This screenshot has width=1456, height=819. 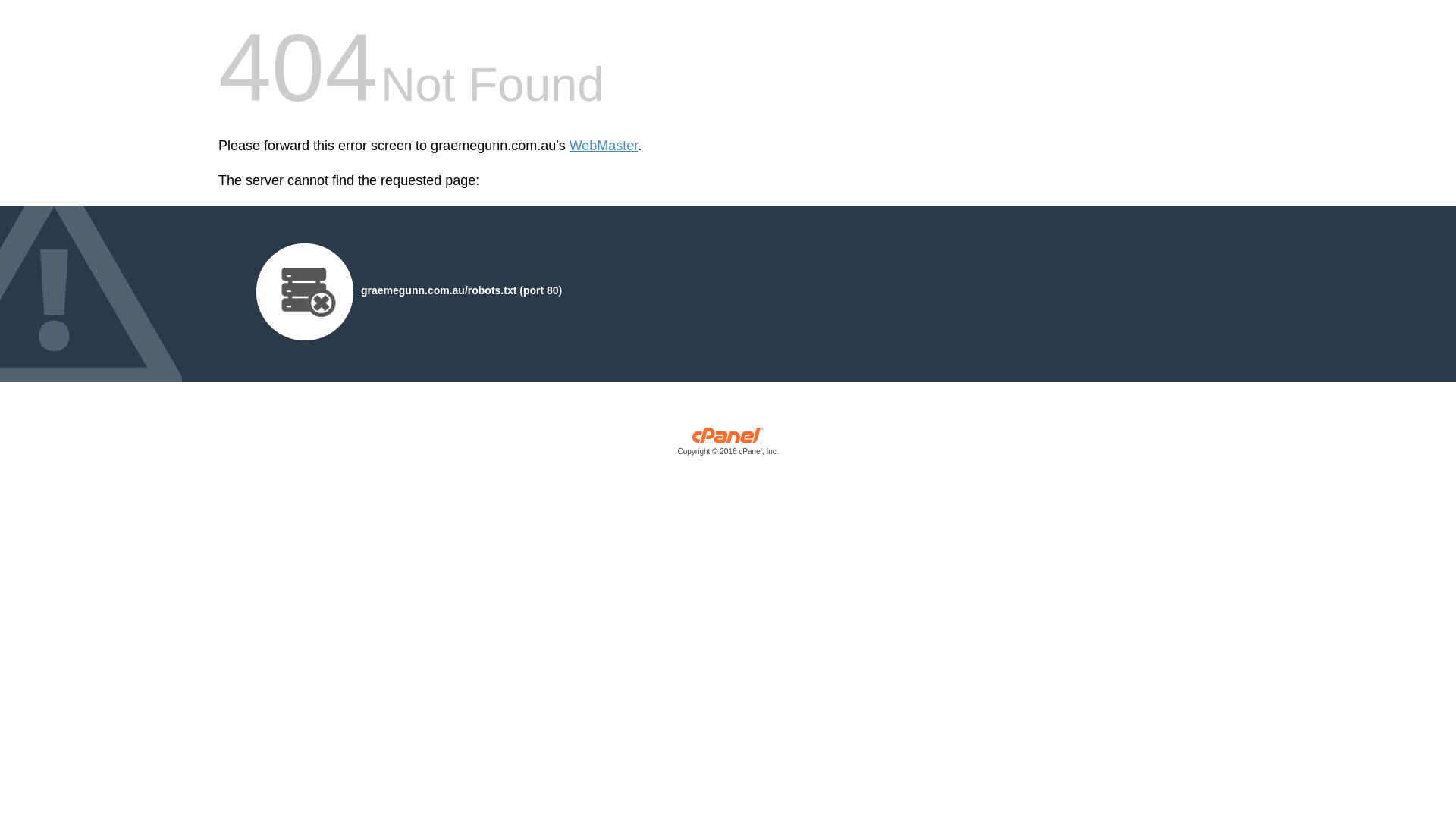 What do you see at coordinates (603, 146) in the screenshot?
I see `'WebMaster'` at bounding box center [603, 146].